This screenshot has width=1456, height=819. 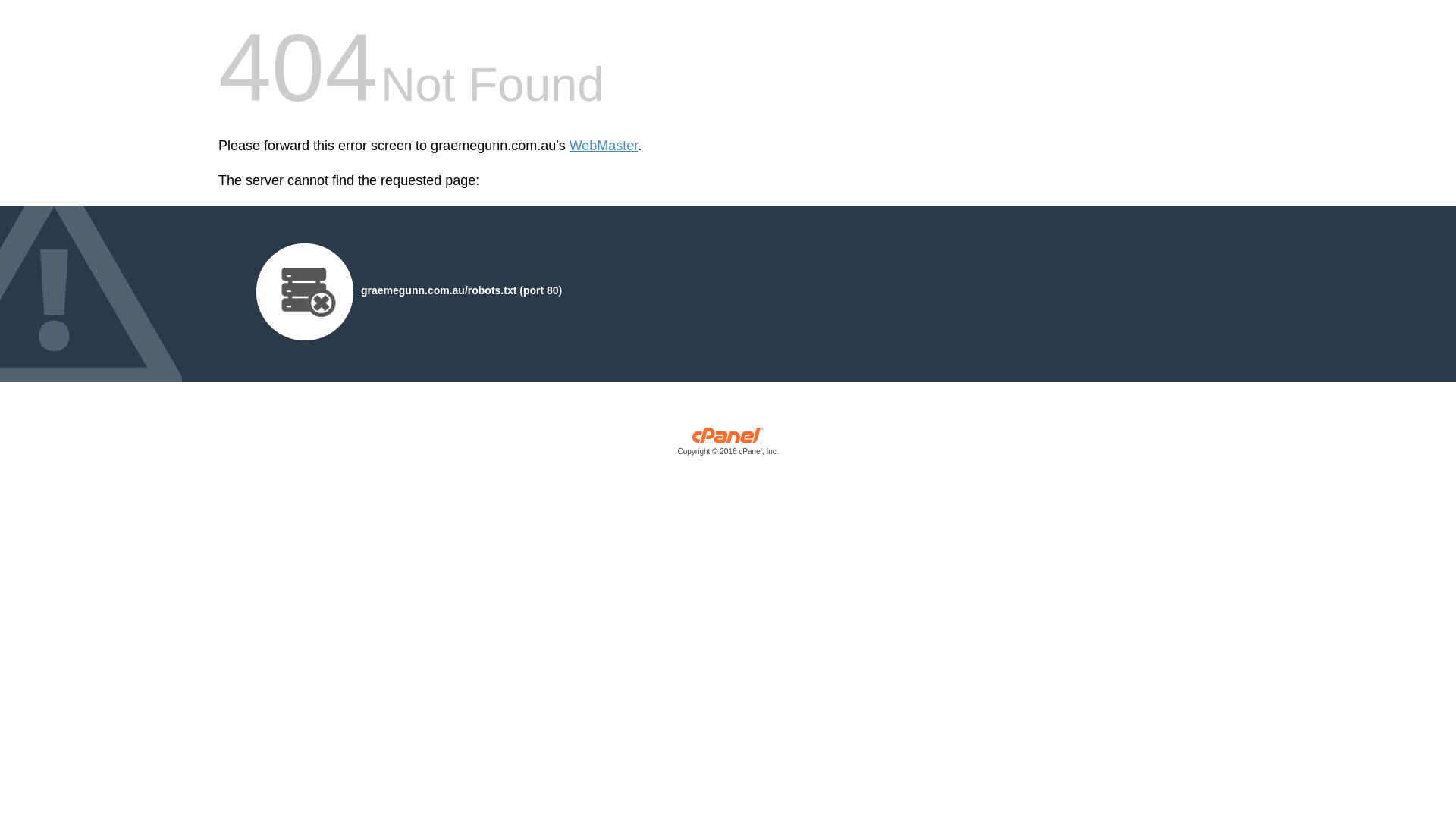 What do you see at coordinates (603, 146) in the screenshot?
I see `'WebMaster'` at bounding box center [603, 146].